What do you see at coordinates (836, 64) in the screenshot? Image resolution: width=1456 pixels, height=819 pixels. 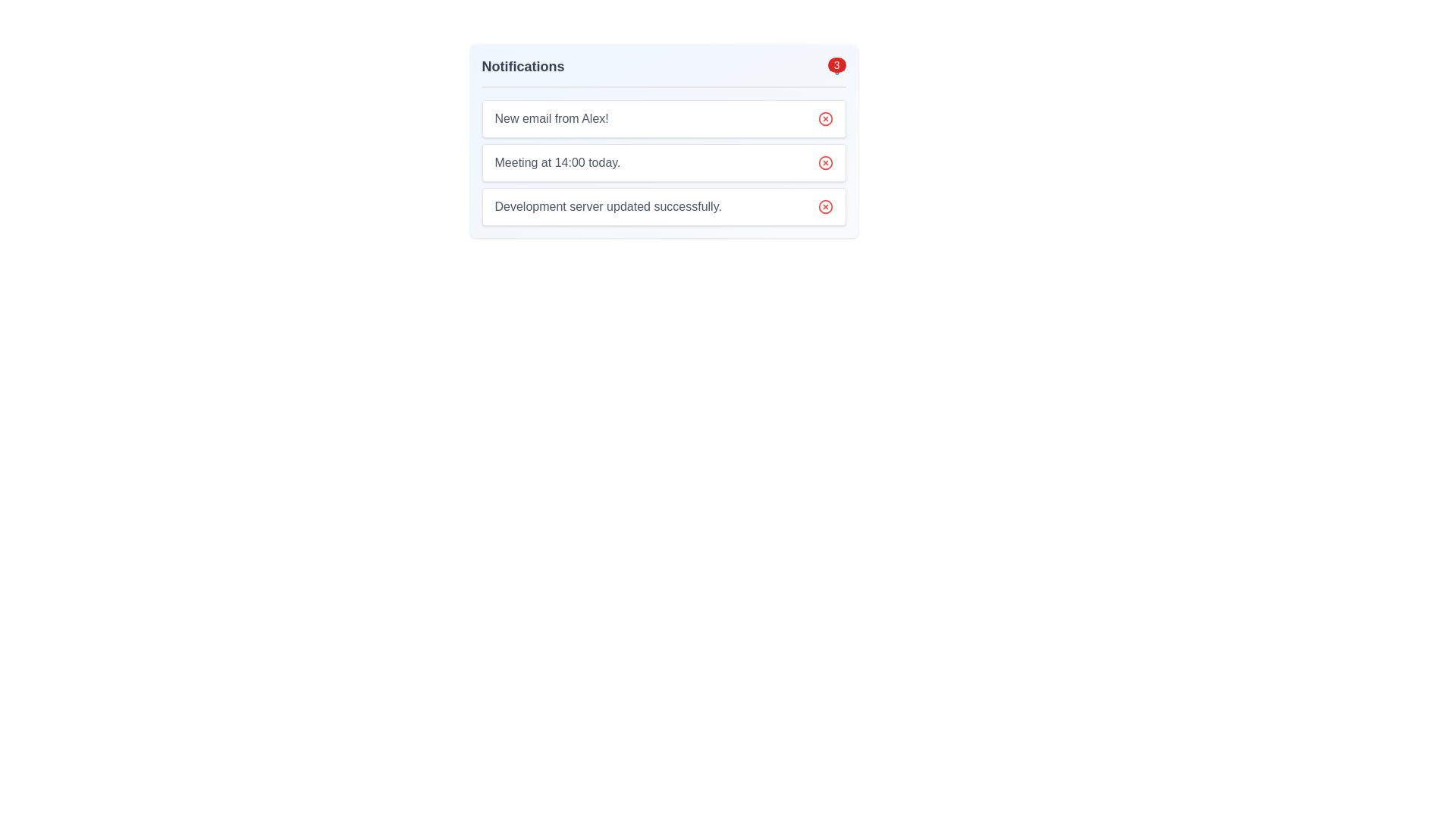 I see `the visual notification badge displaying the digit '3', which is a rounded badge with a red background positioned over the top-right corner of a blue bell icon` at bounding box center [836, 64].